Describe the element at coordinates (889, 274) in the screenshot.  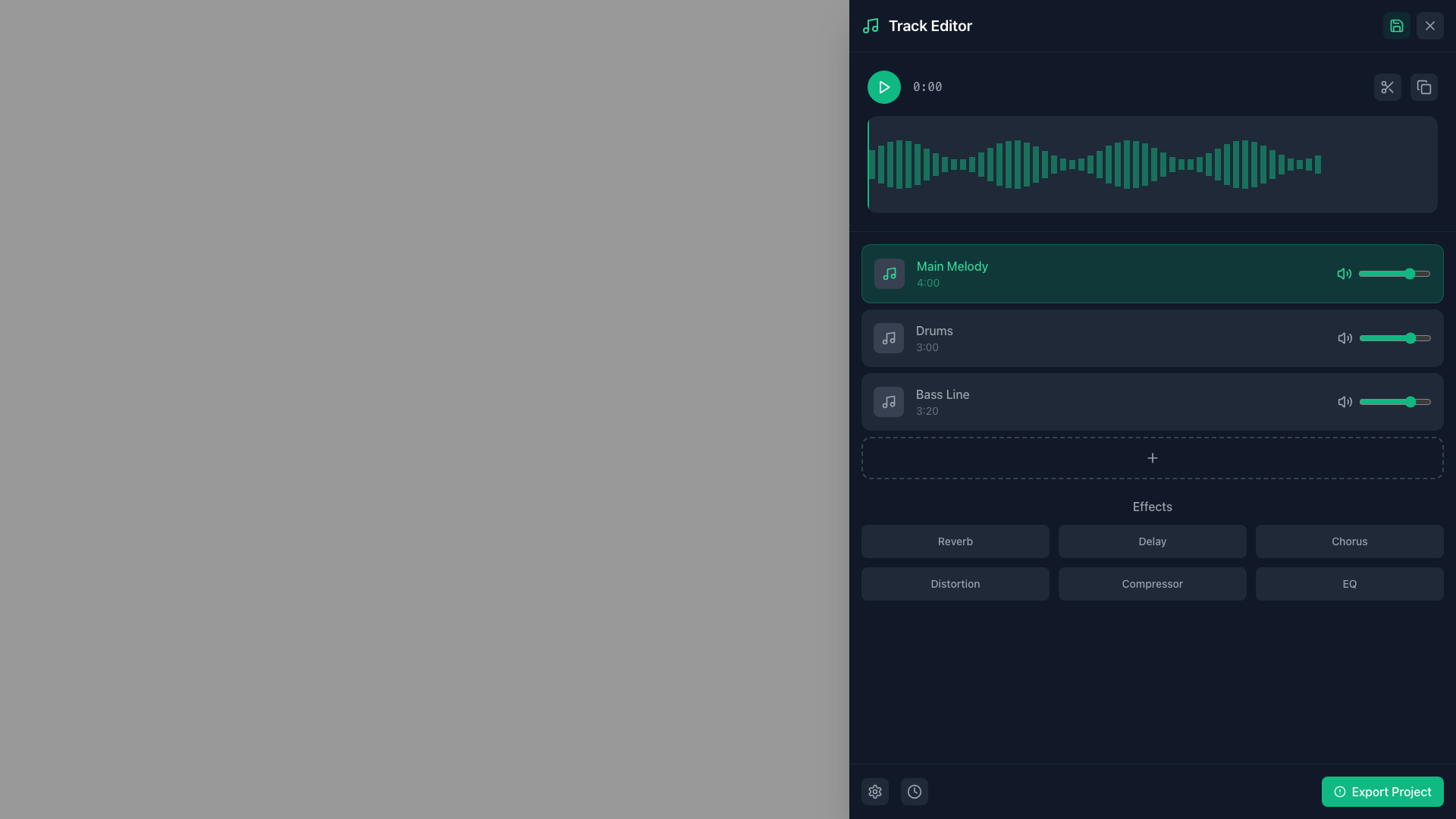
I see `the music-related icon representing the 'Main Melody' item, which is located within a green-background row element in the track list` at that location.